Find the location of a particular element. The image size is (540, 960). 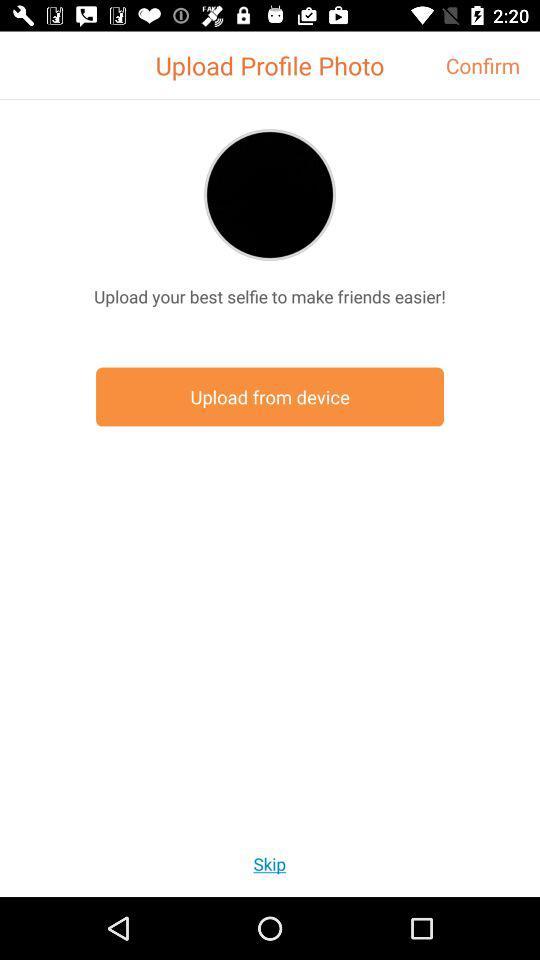

upload a profile photo is located at coordinates (270, 194).